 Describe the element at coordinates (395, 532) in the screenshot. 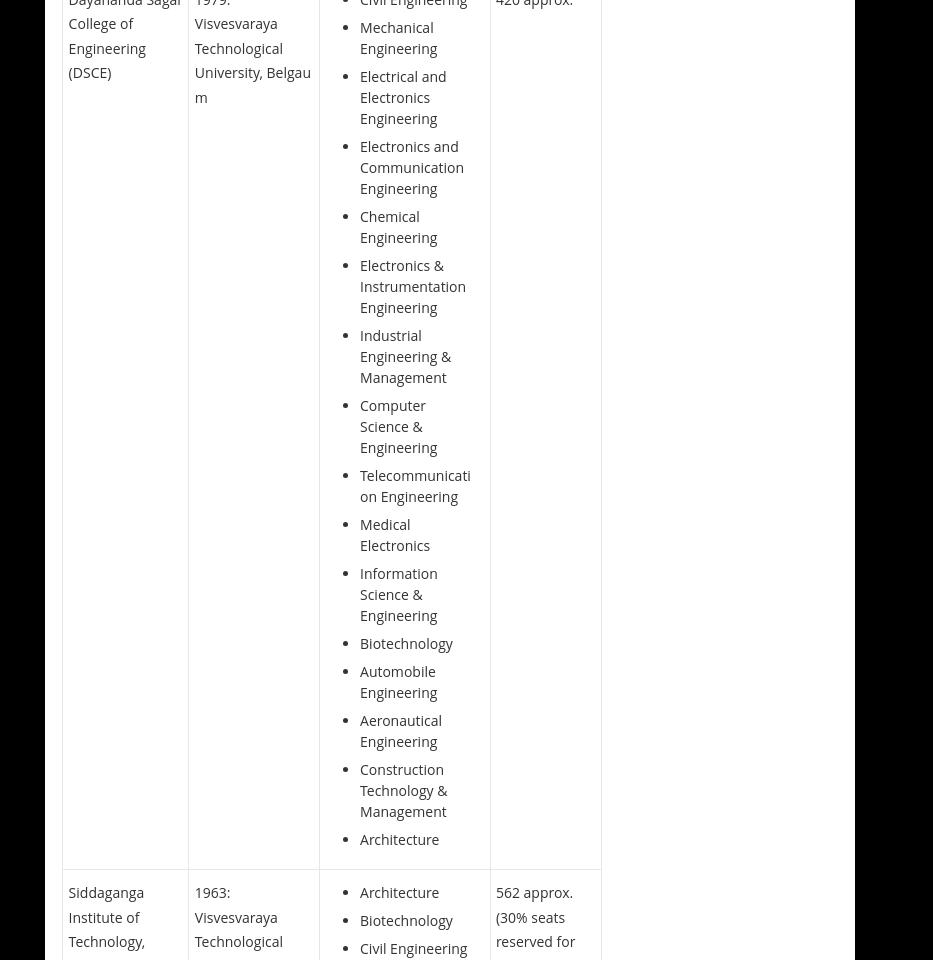

I see `'Medical Electronics'` at that location.